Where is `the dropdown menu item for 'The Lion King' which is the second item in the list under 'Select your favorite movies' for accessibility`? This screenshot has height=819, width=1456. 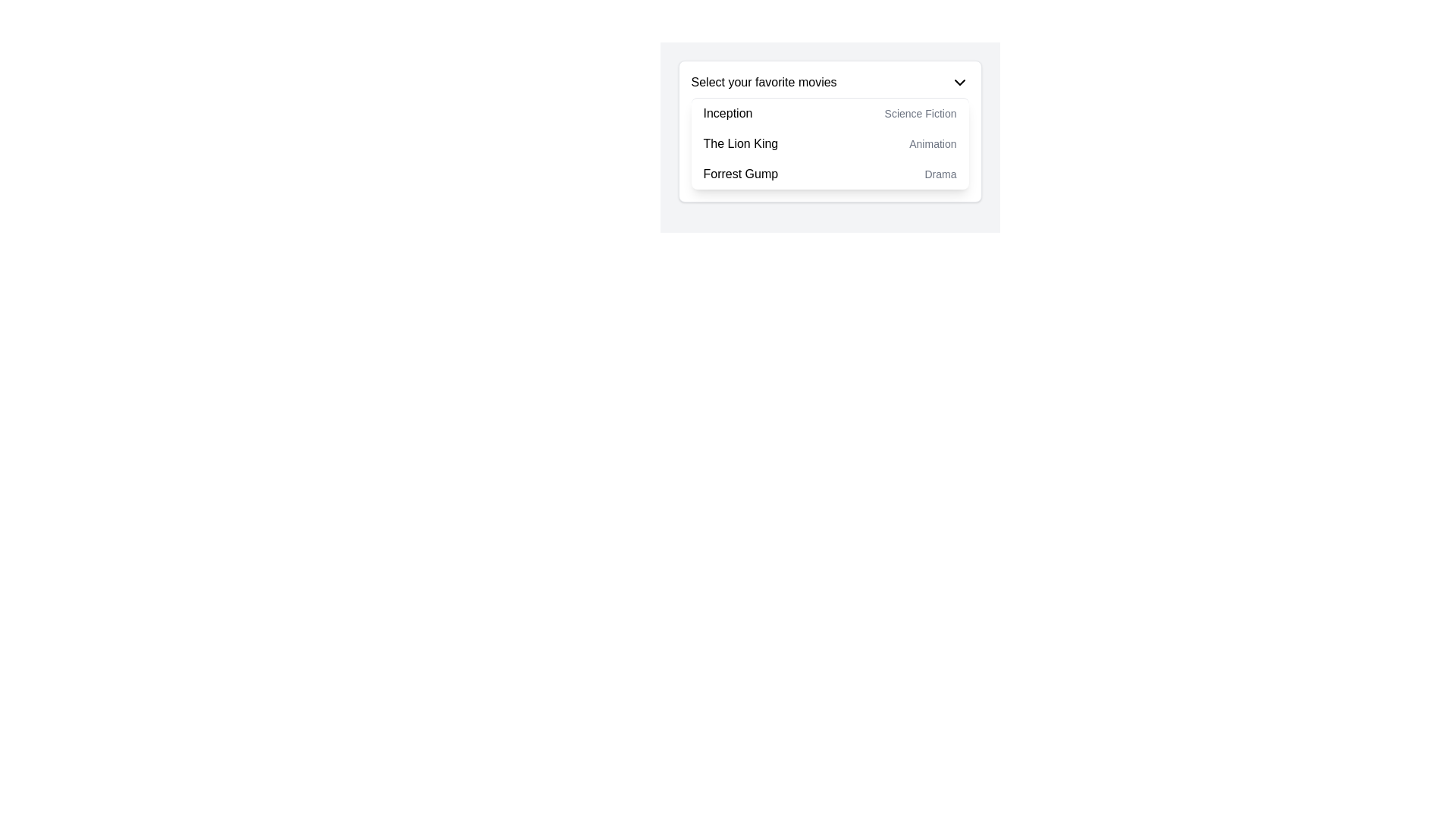 the dropdown menu item for 'The Lion King' which is the second item in the list under 'Select your favorite movies' for accessibility is located at coordinates (829, 143).